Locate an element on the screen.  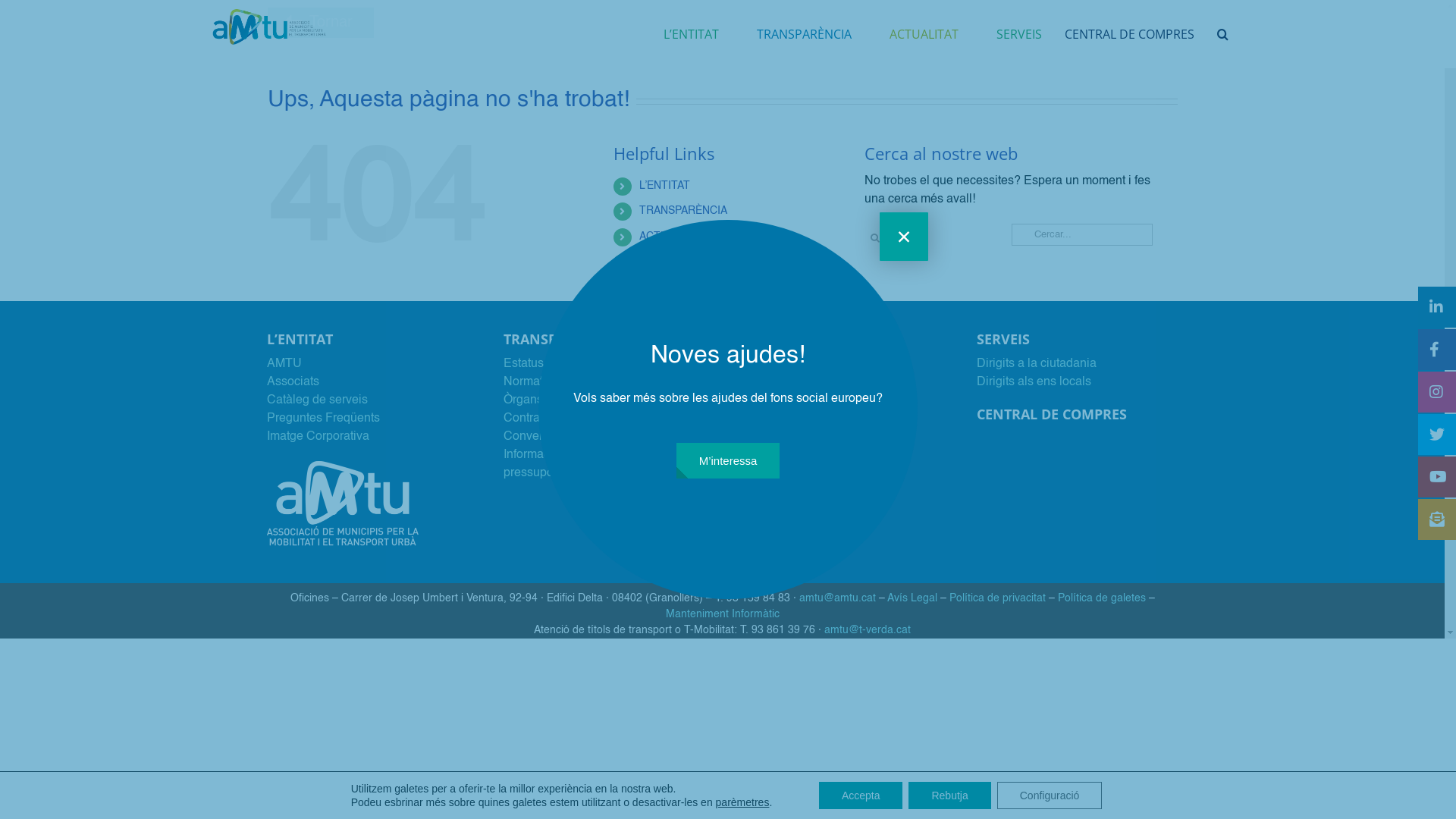
'Dirigits als ens locals' is located at coordinates (1033, 381).